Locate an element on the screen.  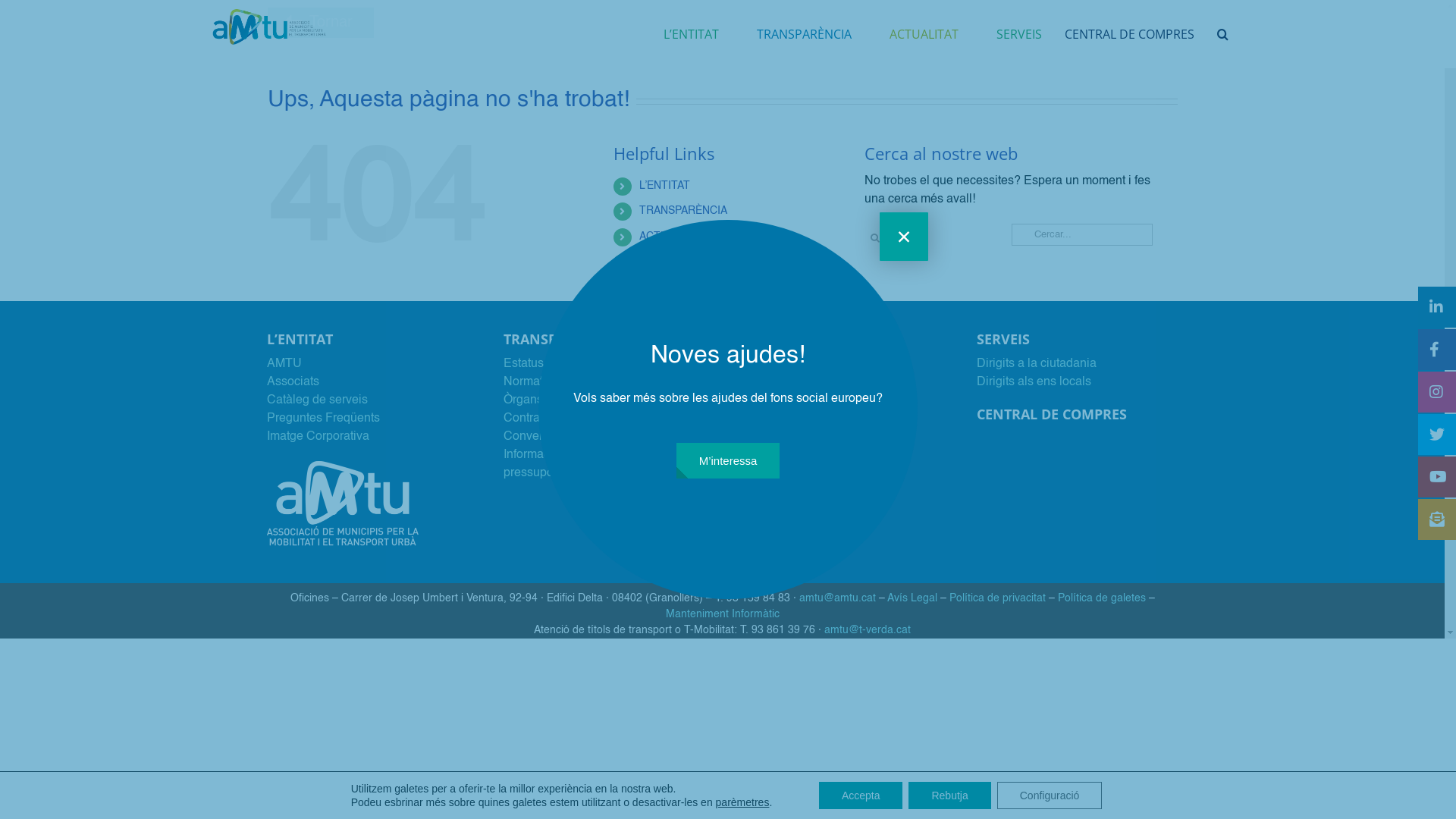
'Dirigits als ens locals' is located at coordinates (1033, 381).